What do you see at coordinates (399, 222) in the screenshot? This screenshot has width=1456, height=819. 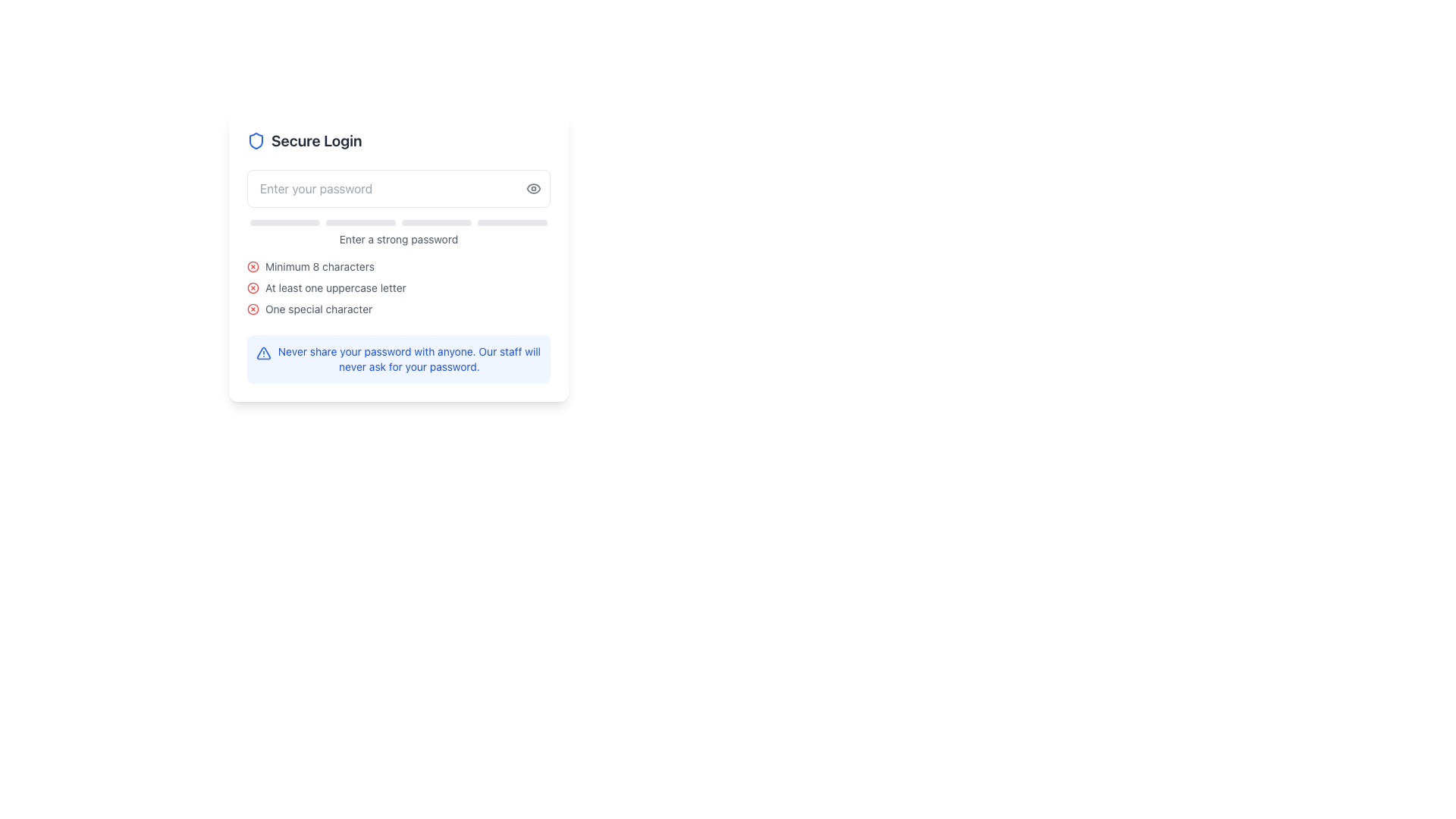 I see `the password strength indicator bar located immediately below the password input field, which visually represents the strength of the entered password` at bounding box center [399, 222].